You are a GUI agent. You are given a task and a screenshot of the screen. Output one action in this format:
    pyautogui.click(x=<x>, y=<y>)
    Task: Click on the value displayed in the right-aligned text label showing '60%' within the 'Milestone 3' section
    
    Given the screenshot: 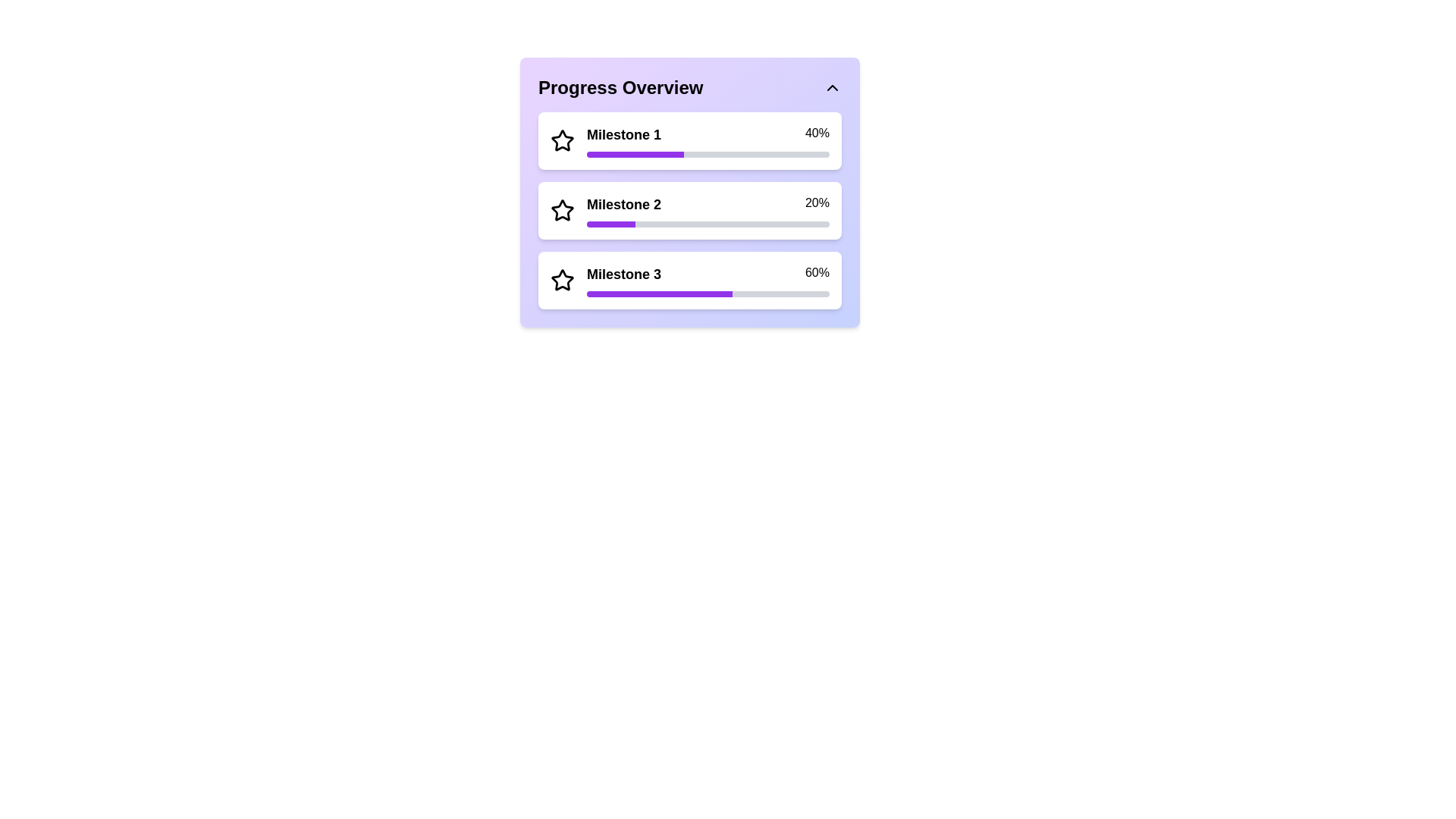 What is the action you would take?
    pyautogui.click(x=816, y=275)
    